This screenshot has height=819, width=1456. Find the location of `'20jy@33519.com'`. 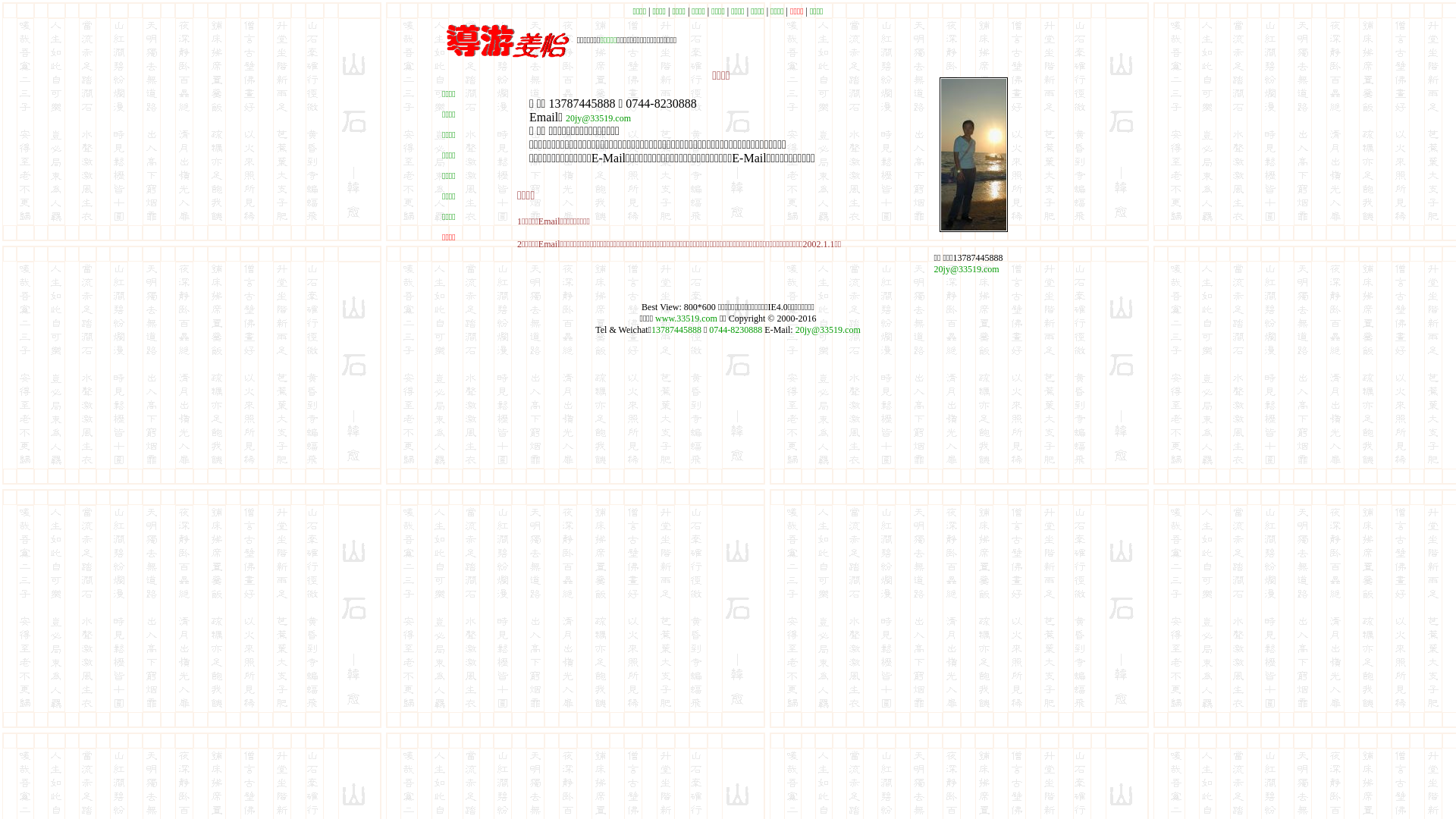

'20jy@33519.com' is located at coordinates (597, 117).